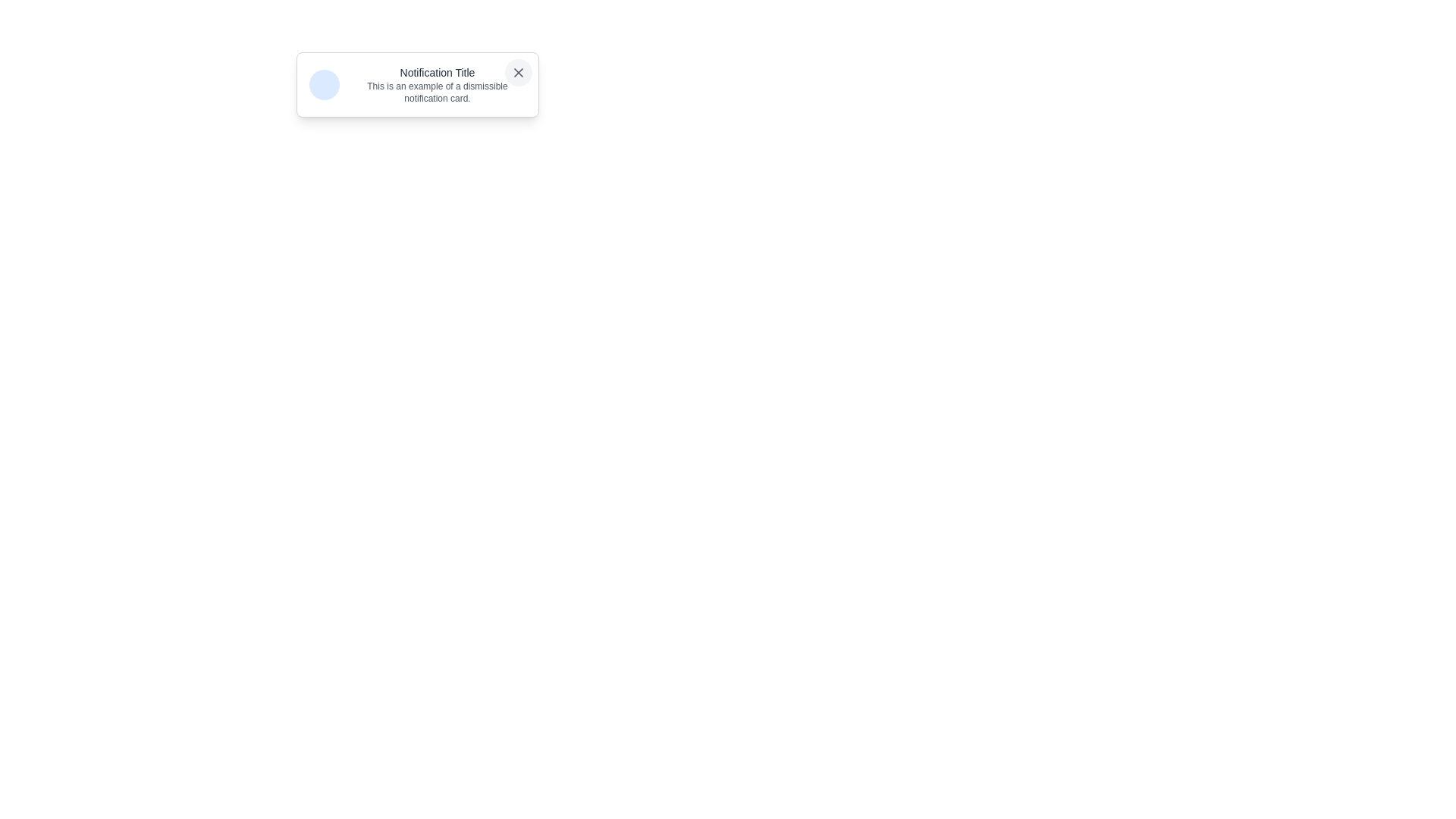  What do you see at coordinates (436, 73) in the screenshot?
I see `the text label displaying 'Notification Title' which is prominently positioned at the top of the card-like structure` at bounding box center [436, 73].